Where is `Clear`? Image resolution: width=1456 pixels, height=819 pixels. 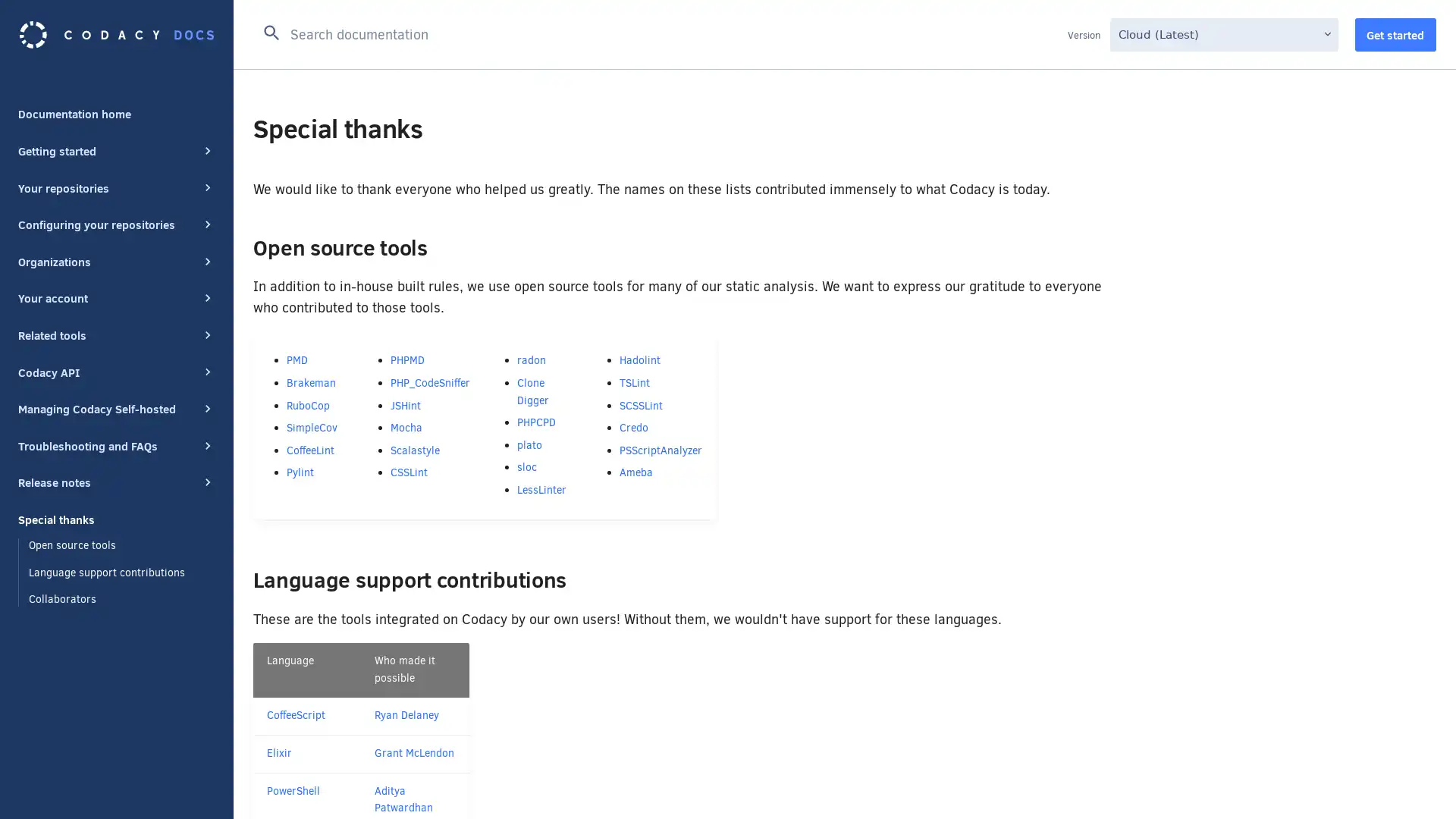 Clear is located at coordinates (1048, 32).